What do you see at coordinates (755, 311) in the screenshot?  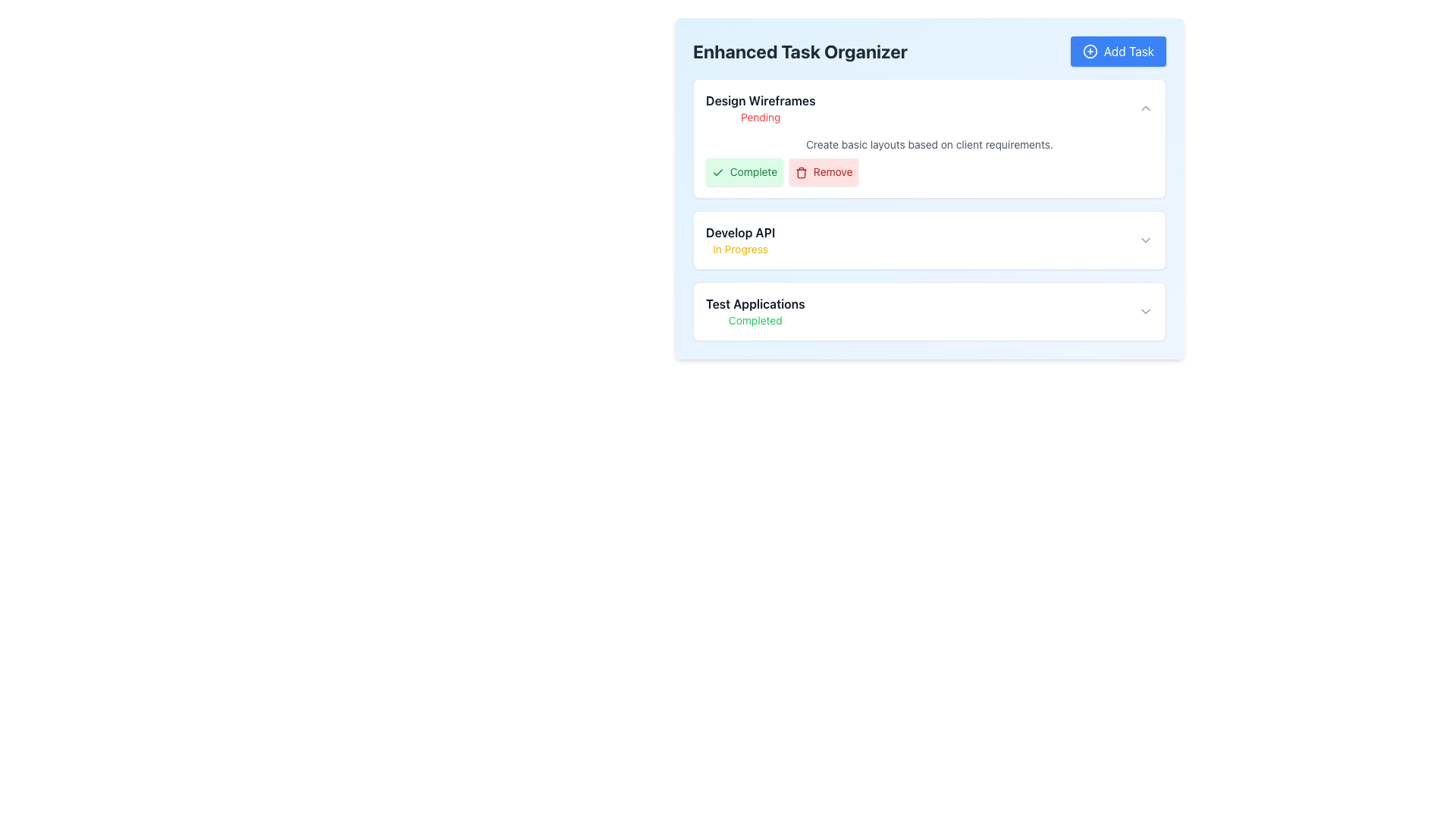 I see `text from the text block labeled 'Test Applications' with the subheading 'Completed', which is the third task card in the main content area of the application` at bounding box center [755, 311].